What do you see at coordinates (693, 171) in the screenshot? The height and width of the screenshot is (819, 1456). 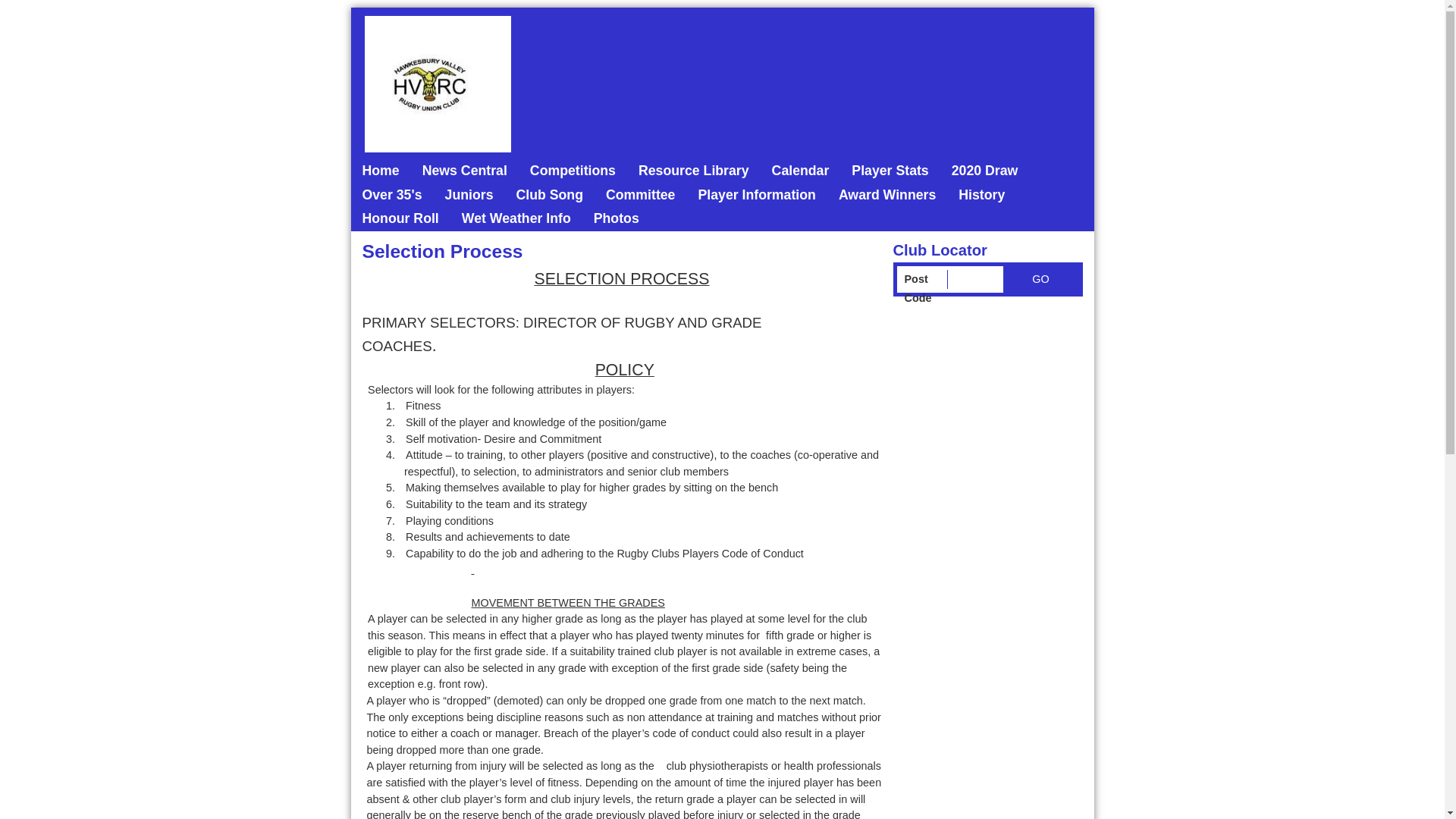 I see `'Resource Library'` at bounding box center [693, 171].